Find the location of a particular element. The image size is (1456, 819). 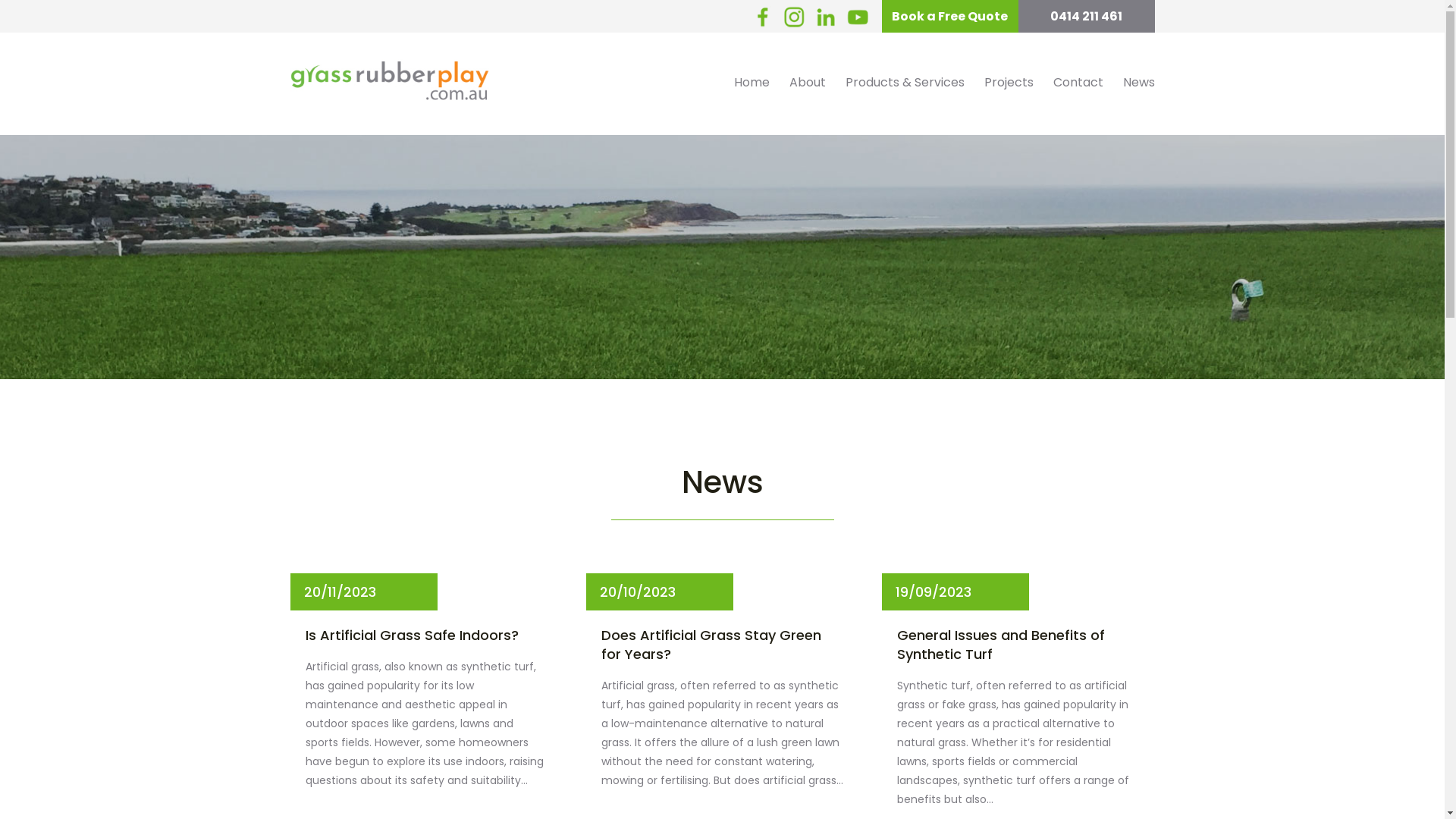

'Projects' is located at coordinates (1008, 82).